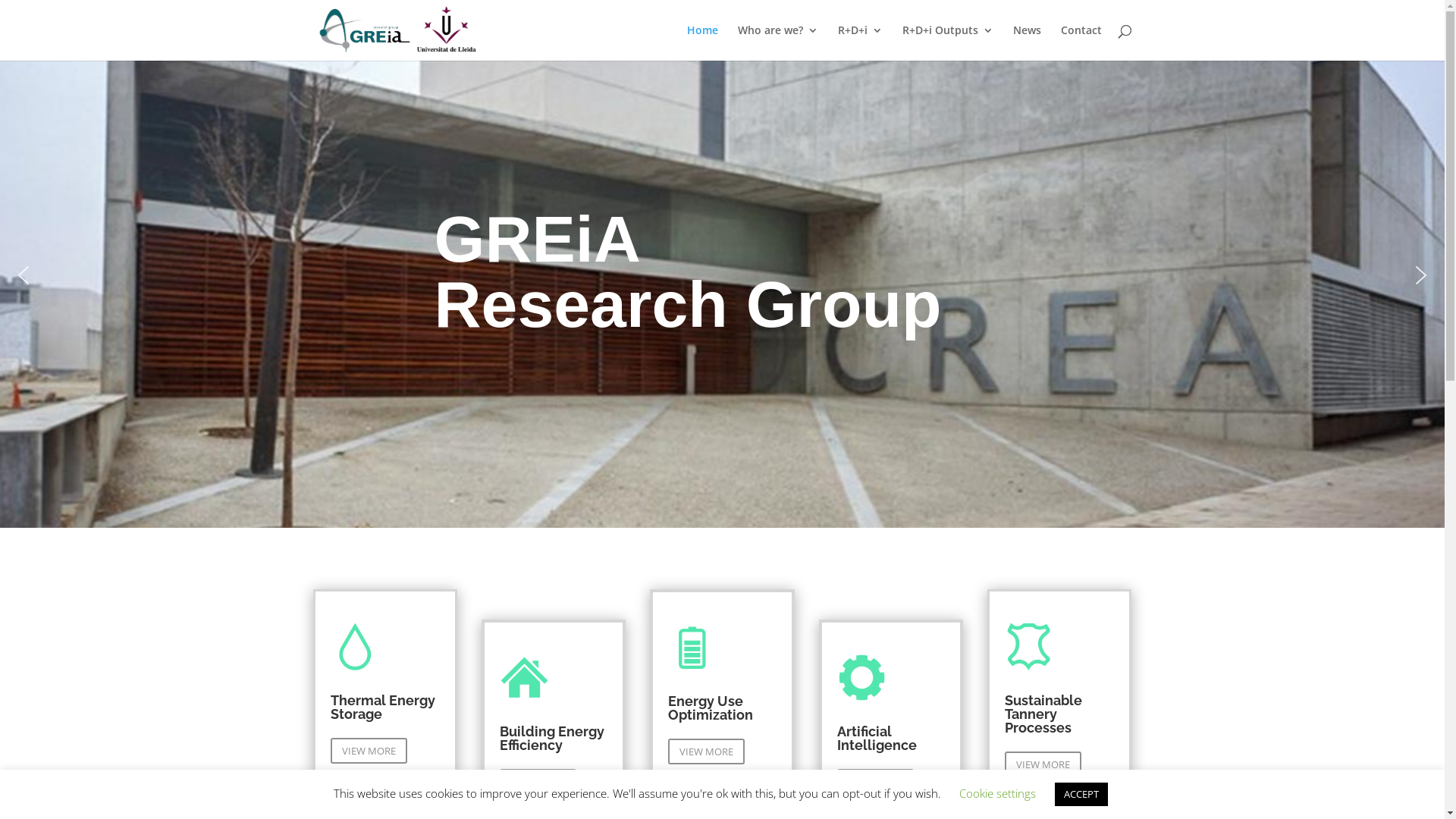 The height and width of the screenshot is (819, 1456). What do you see at coordinates (1042, 764) in the screenshot?
I see `'VIEW MORE'` at bounding box center [1042, 764].